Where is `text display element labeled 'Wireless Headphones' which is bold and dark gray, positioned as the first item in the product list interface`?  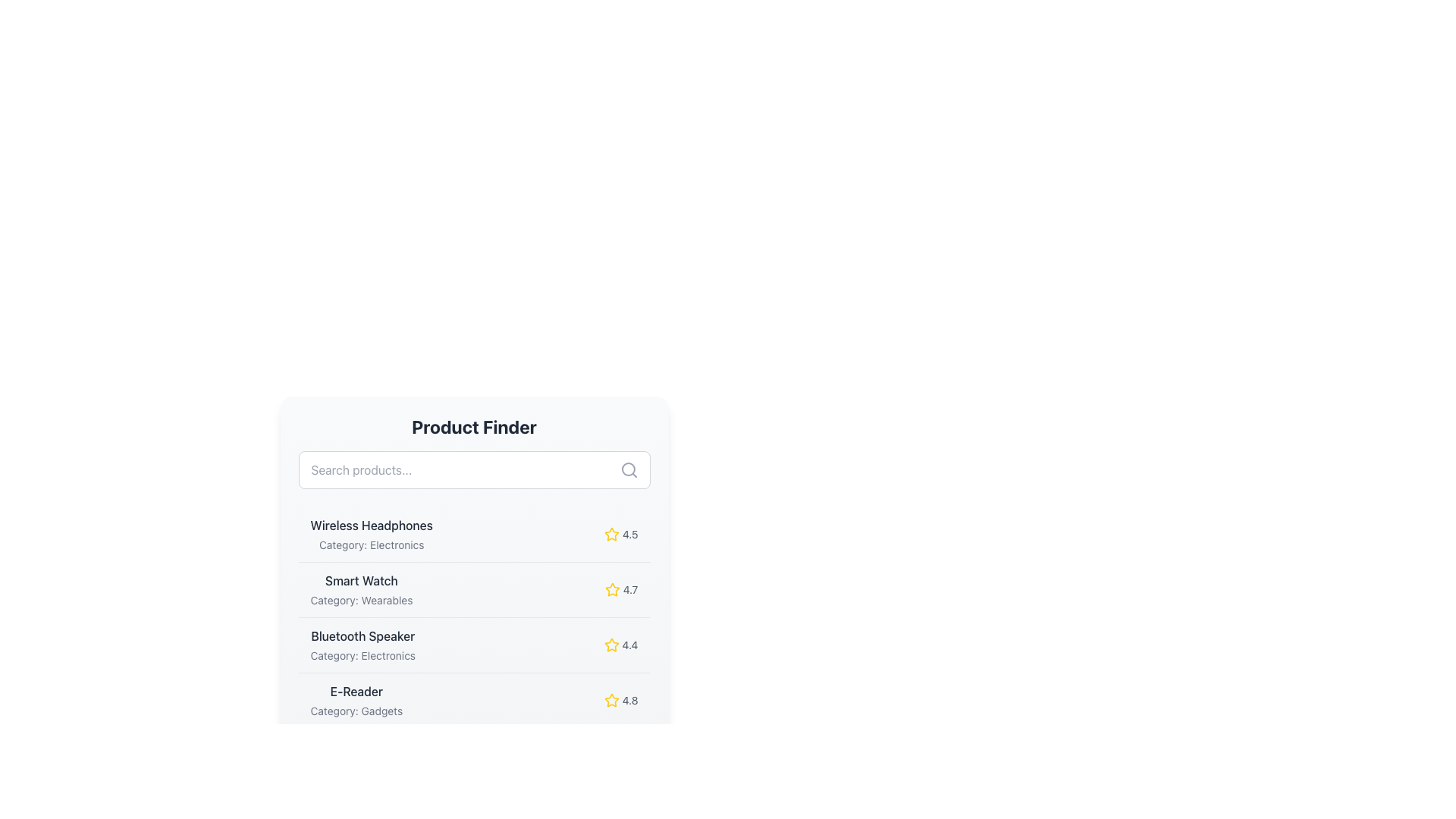
text display element labeled 'Wireless Headphones' which is bold and dark gray, positioned as the first item in the product list interface is located at coordinates (372, 534).